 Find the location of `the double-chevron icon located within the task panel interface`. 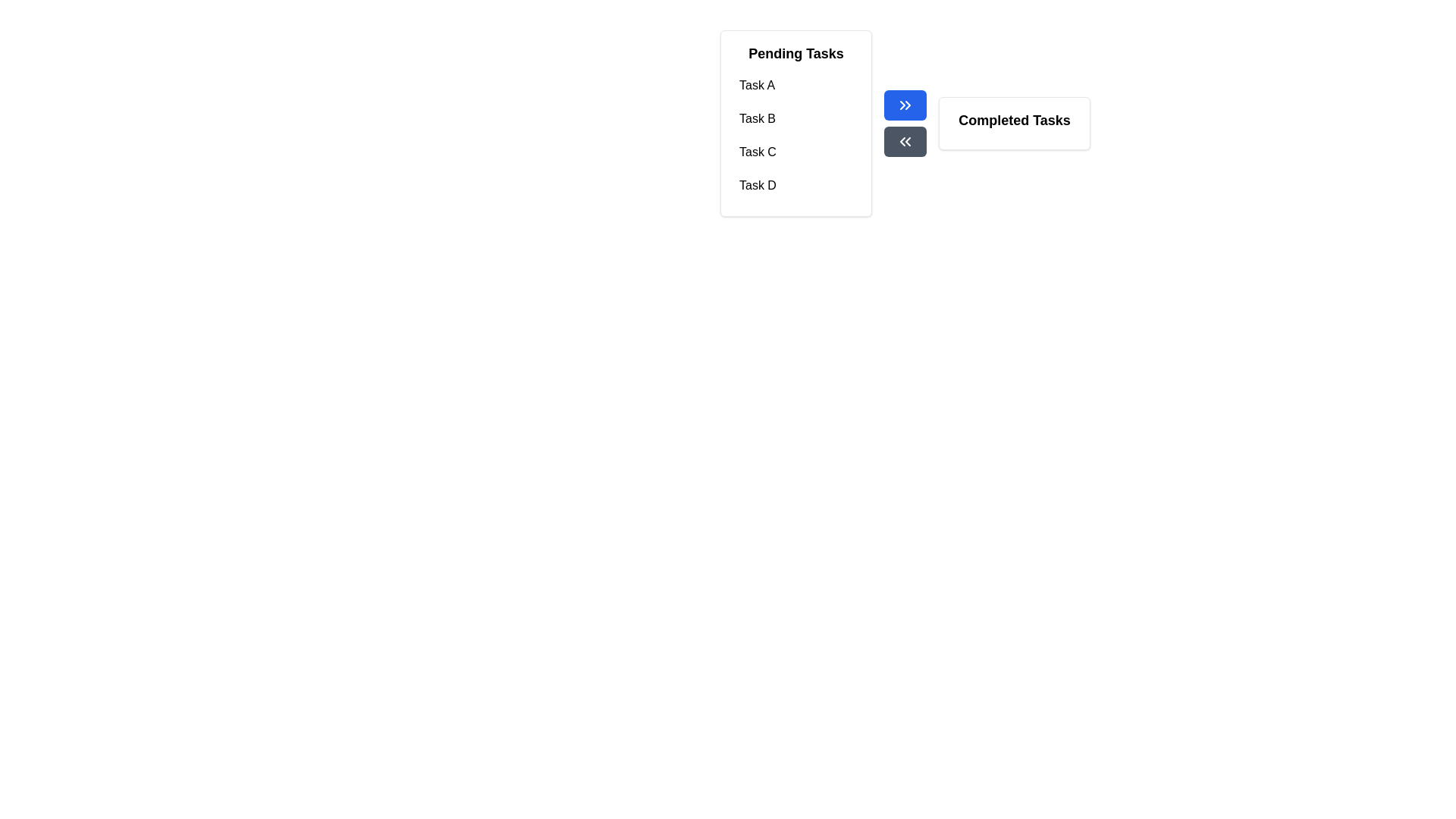

the double-chevron icon located within the task panel interface is located at coordinates (905, 141).